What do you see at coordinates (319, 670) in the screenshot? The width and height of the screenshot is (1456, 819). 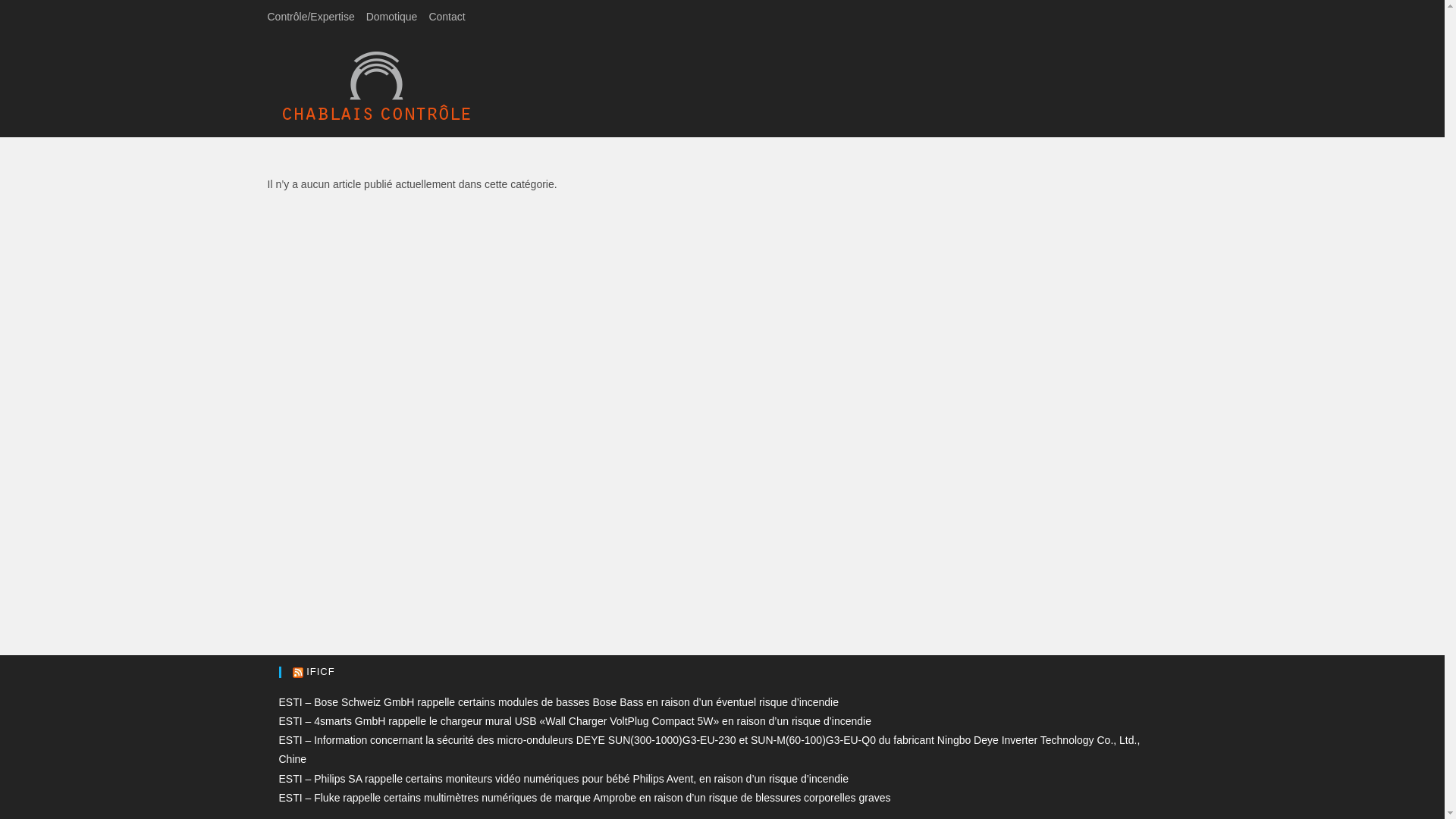 I see `'IFICF'` at bounding box center [319, 670].